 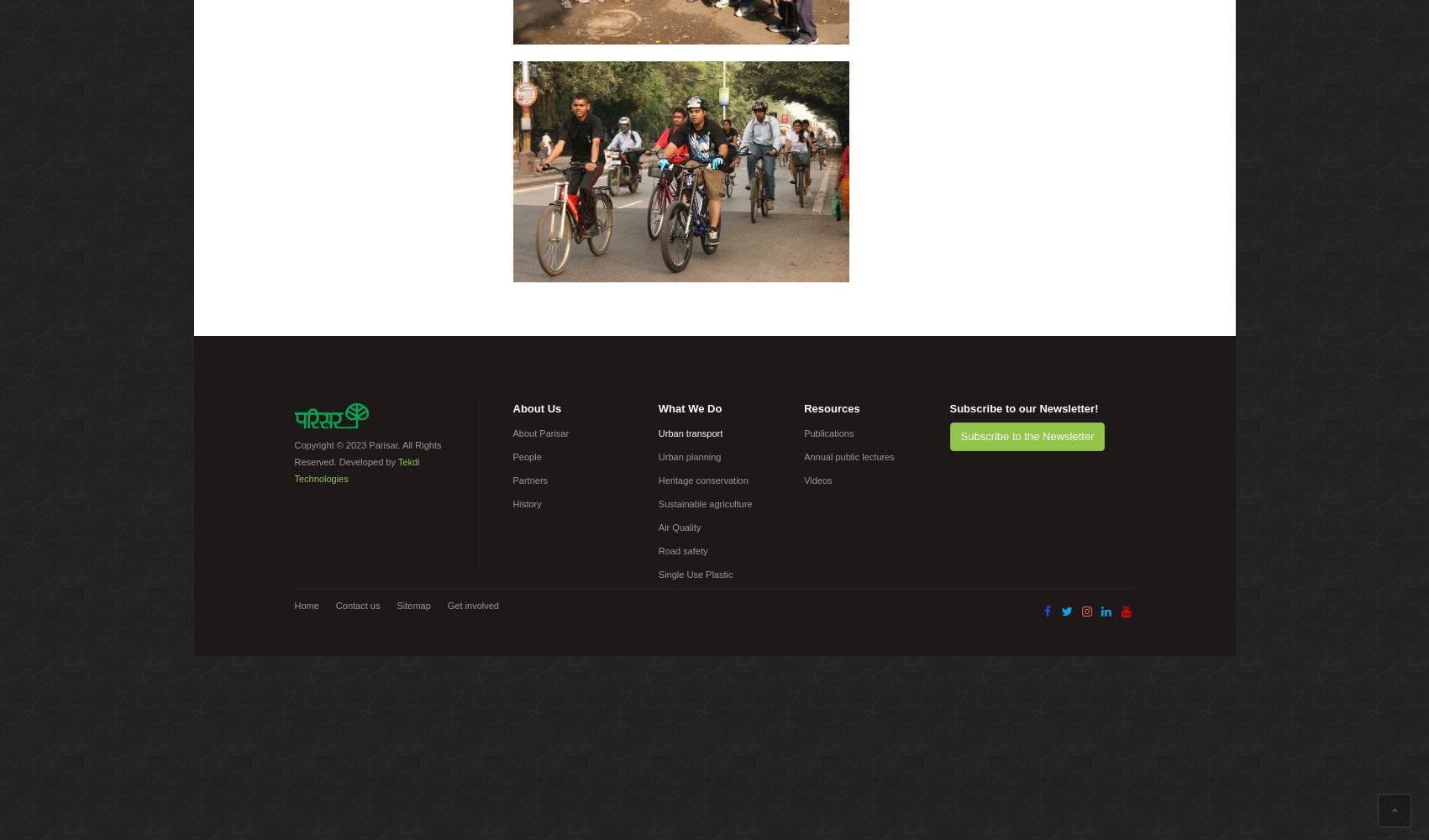 What do you see at coordinates (831, 407) in the screenshot?
I see `'Resources'` at bounding box center [831, 407].